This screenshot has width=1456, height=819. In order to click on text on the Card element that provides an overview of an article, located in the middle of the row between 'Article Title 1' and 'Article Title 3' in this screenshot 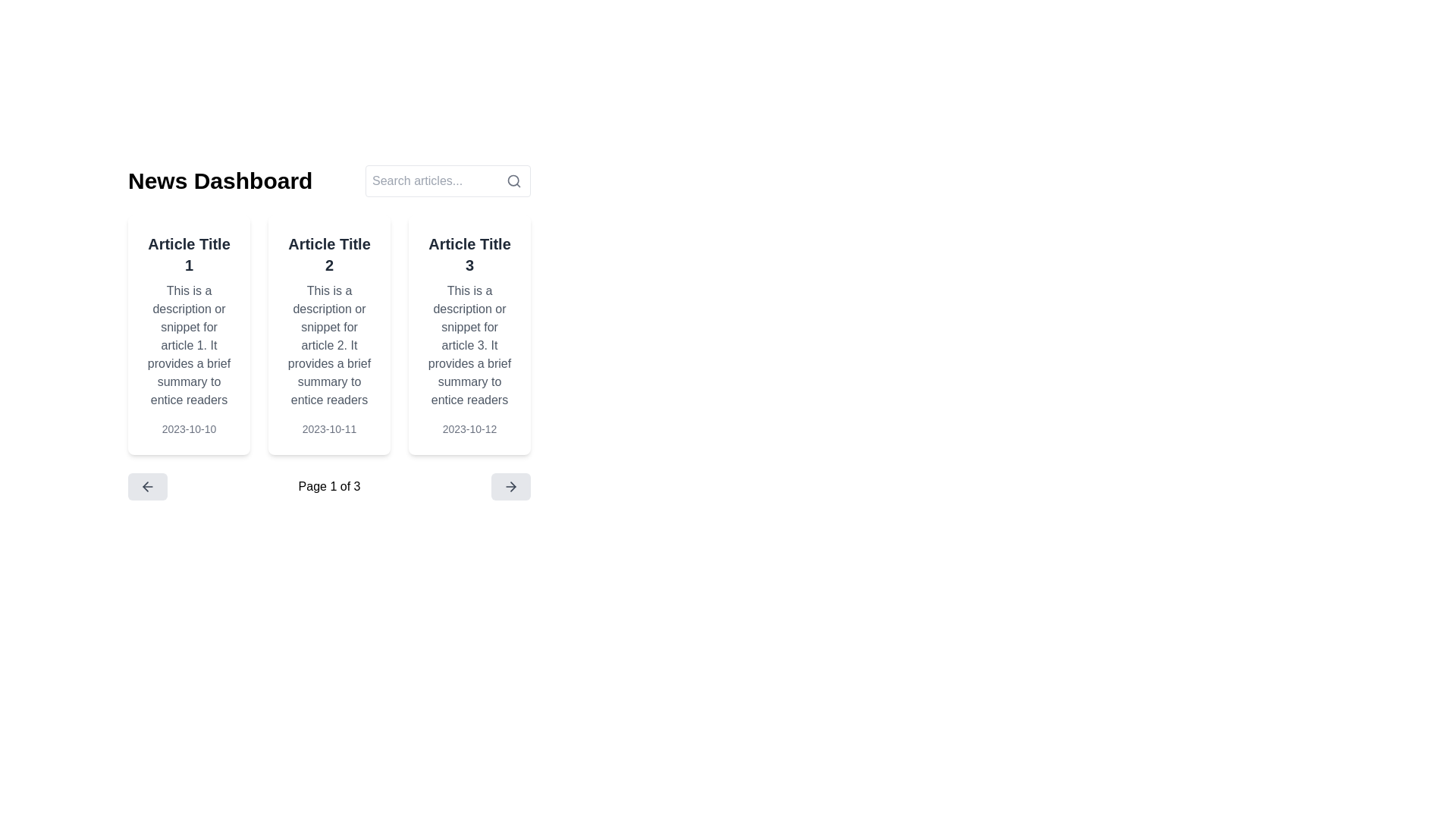, I will do `click(328, 334)`.